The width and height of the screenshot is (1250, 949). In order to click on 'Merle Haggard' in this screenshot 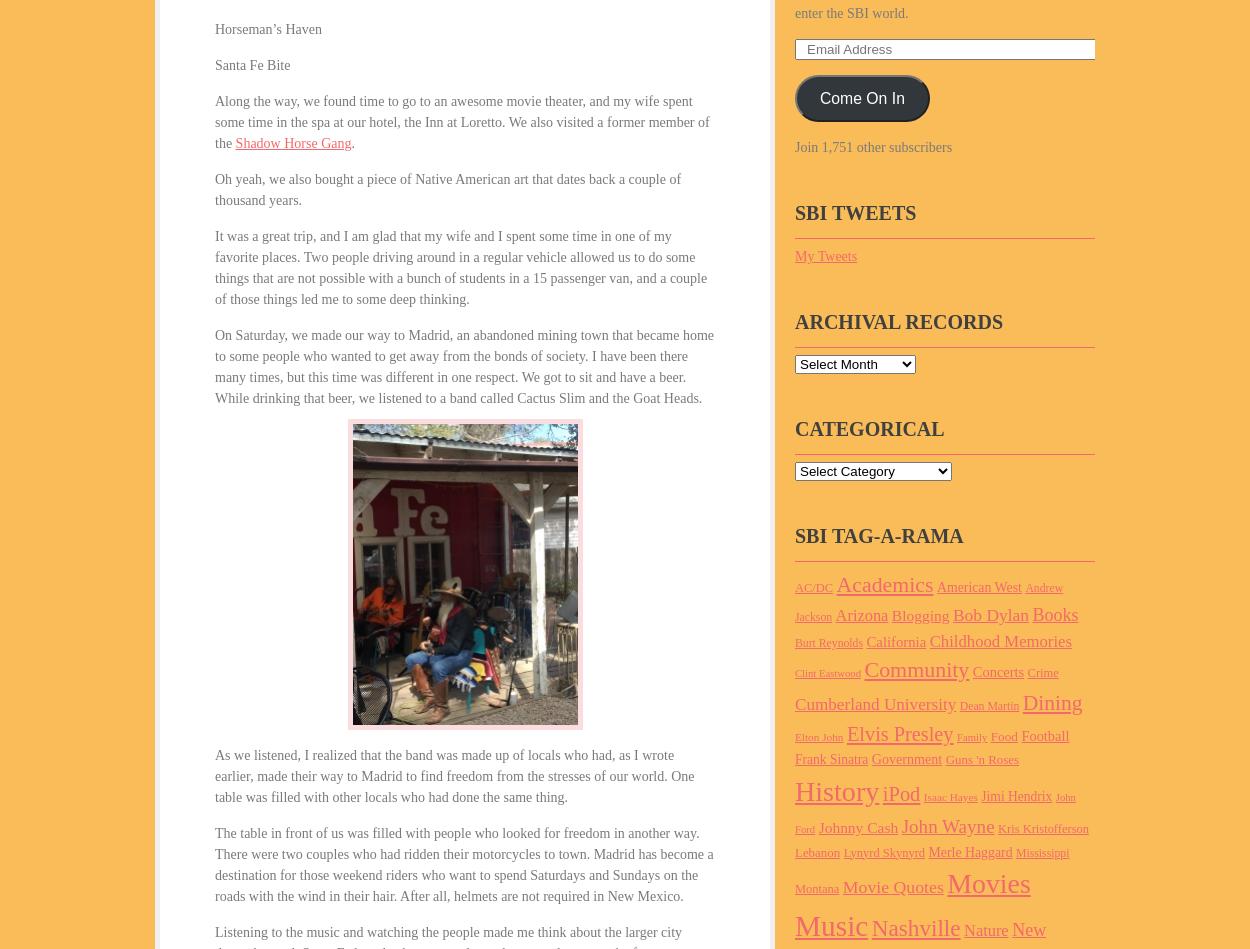, I will do `click(969, 850)`.